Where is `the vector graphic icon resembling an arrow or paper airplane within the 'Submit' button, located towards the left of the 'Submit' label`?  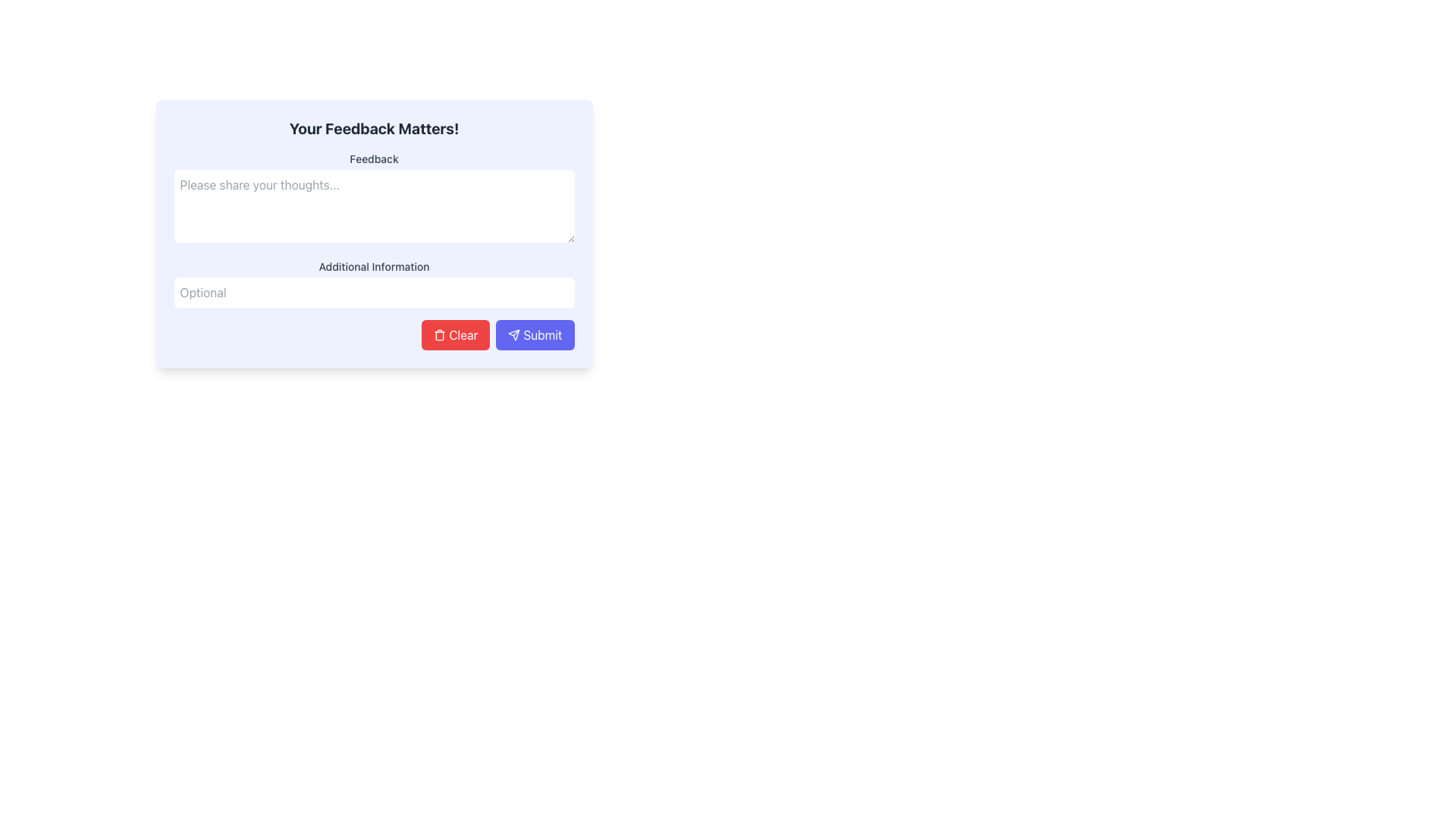 the vector graphic icon resembling an arrow or paper airplane within the 'Submit' button, located towards the left of the 'Submit' label is located at coordinates (514, 334).